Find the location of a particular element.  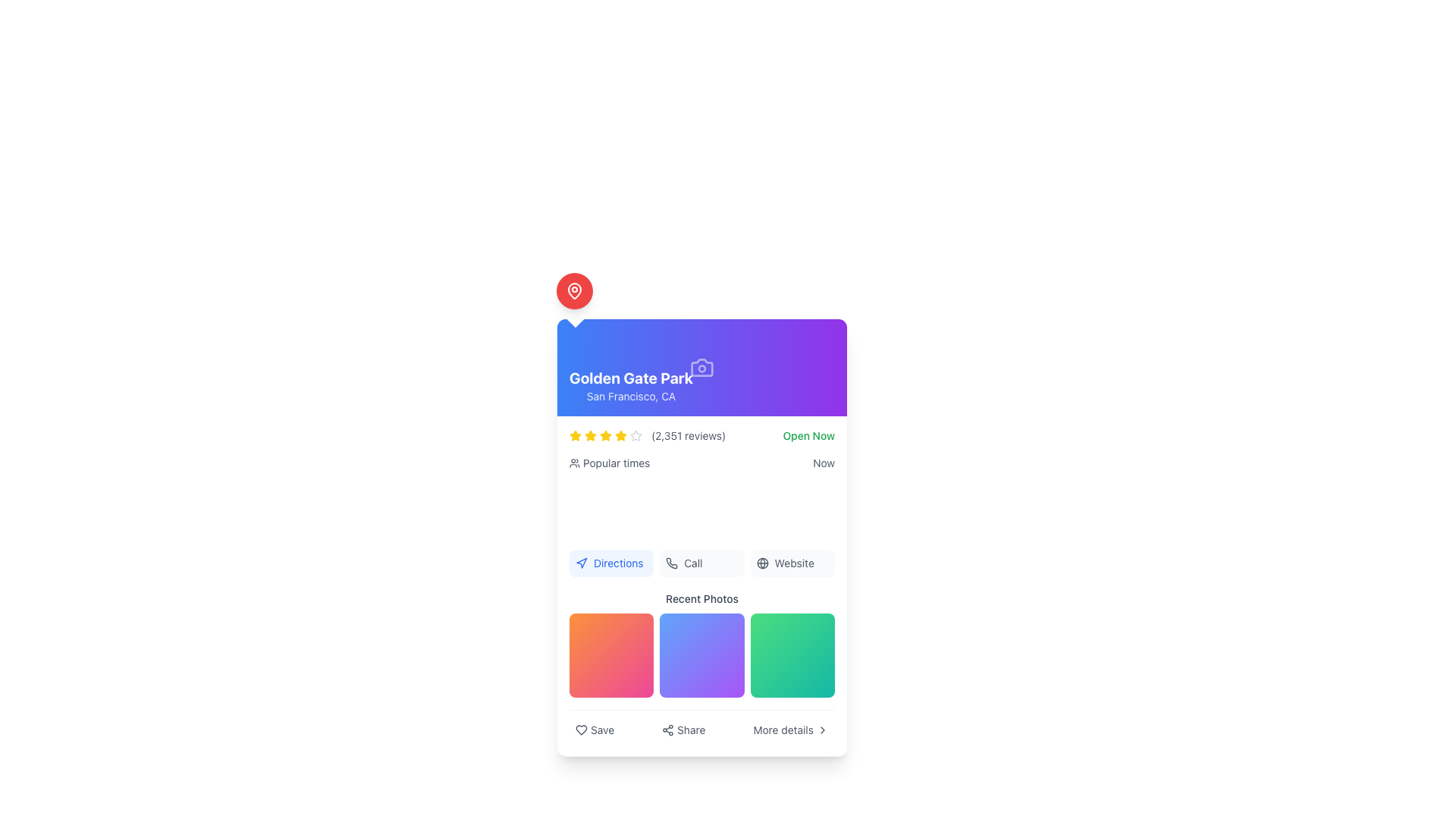

the third rating star icon under 'Golden Gate Park' is located at coordinates (604, 435).